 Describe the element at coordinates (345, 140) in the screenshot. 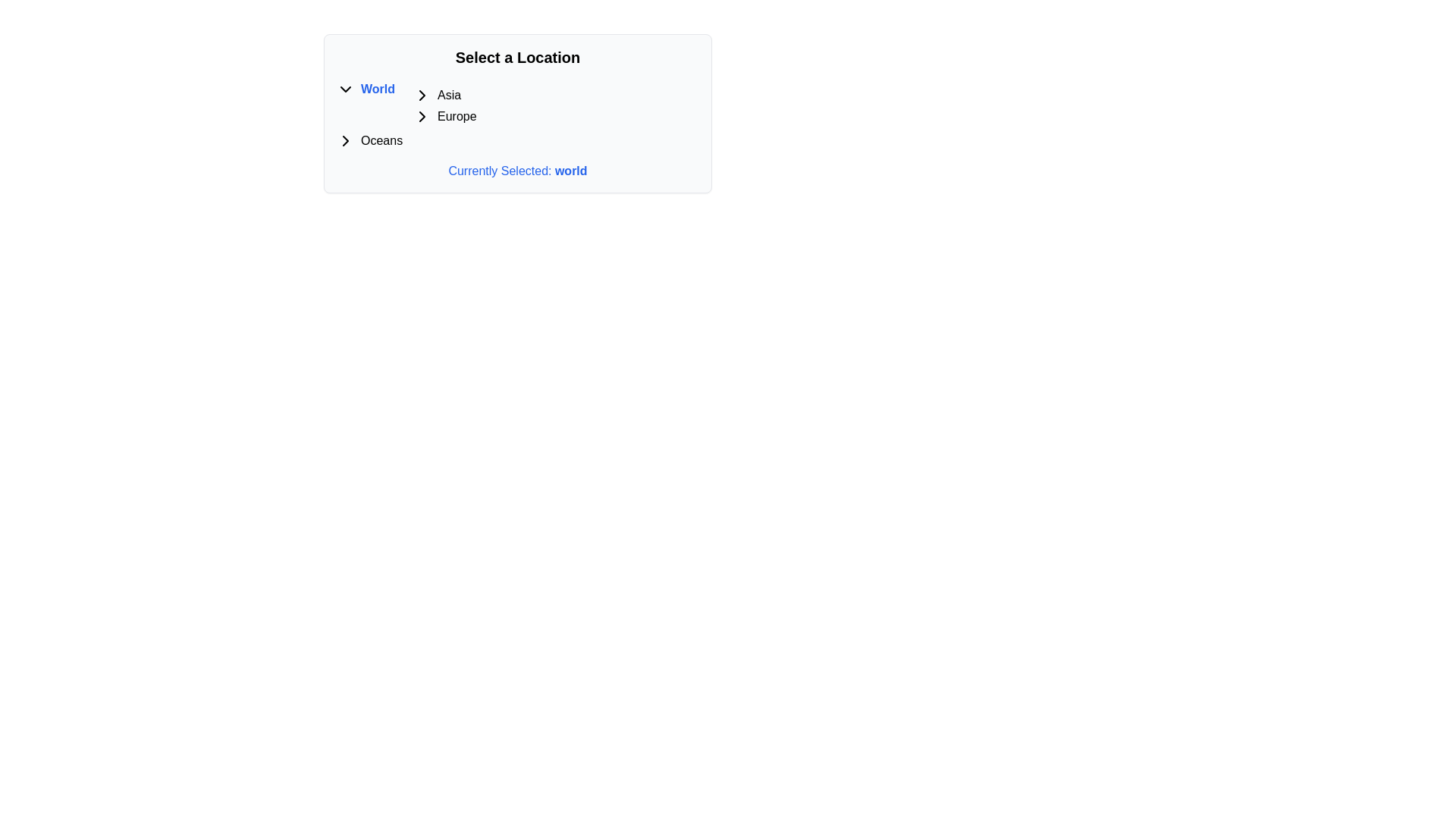

I see `the navigational button for 'Oceans'` at that location.